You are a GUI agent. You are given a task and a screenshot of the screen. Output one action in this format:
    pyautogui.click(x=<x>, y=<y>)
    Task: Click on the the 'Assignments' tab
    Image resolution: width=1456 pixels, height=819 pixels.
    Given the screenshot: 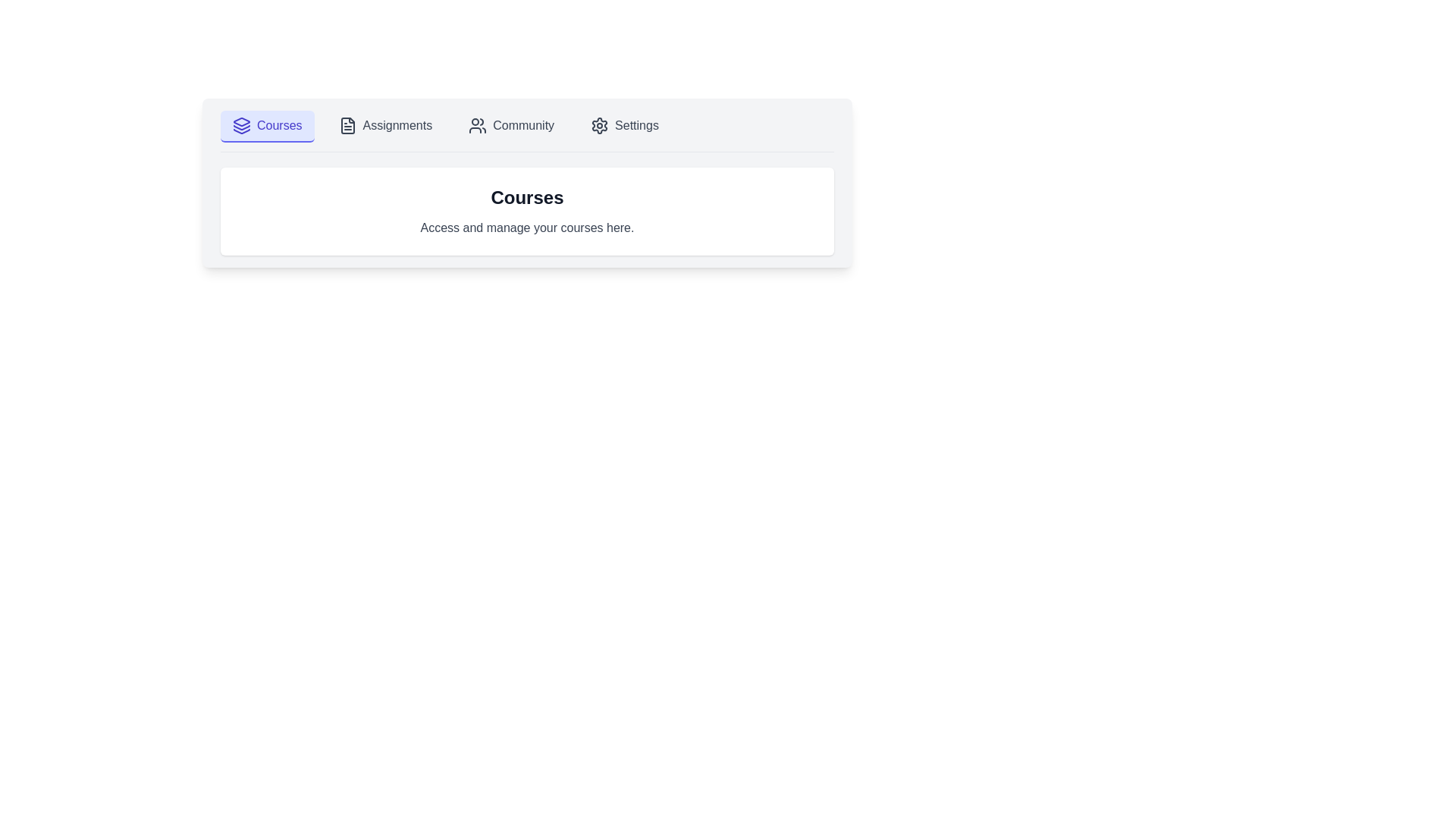 What is the action you would take?
    pyautogui.click(x=385, y=125)
    